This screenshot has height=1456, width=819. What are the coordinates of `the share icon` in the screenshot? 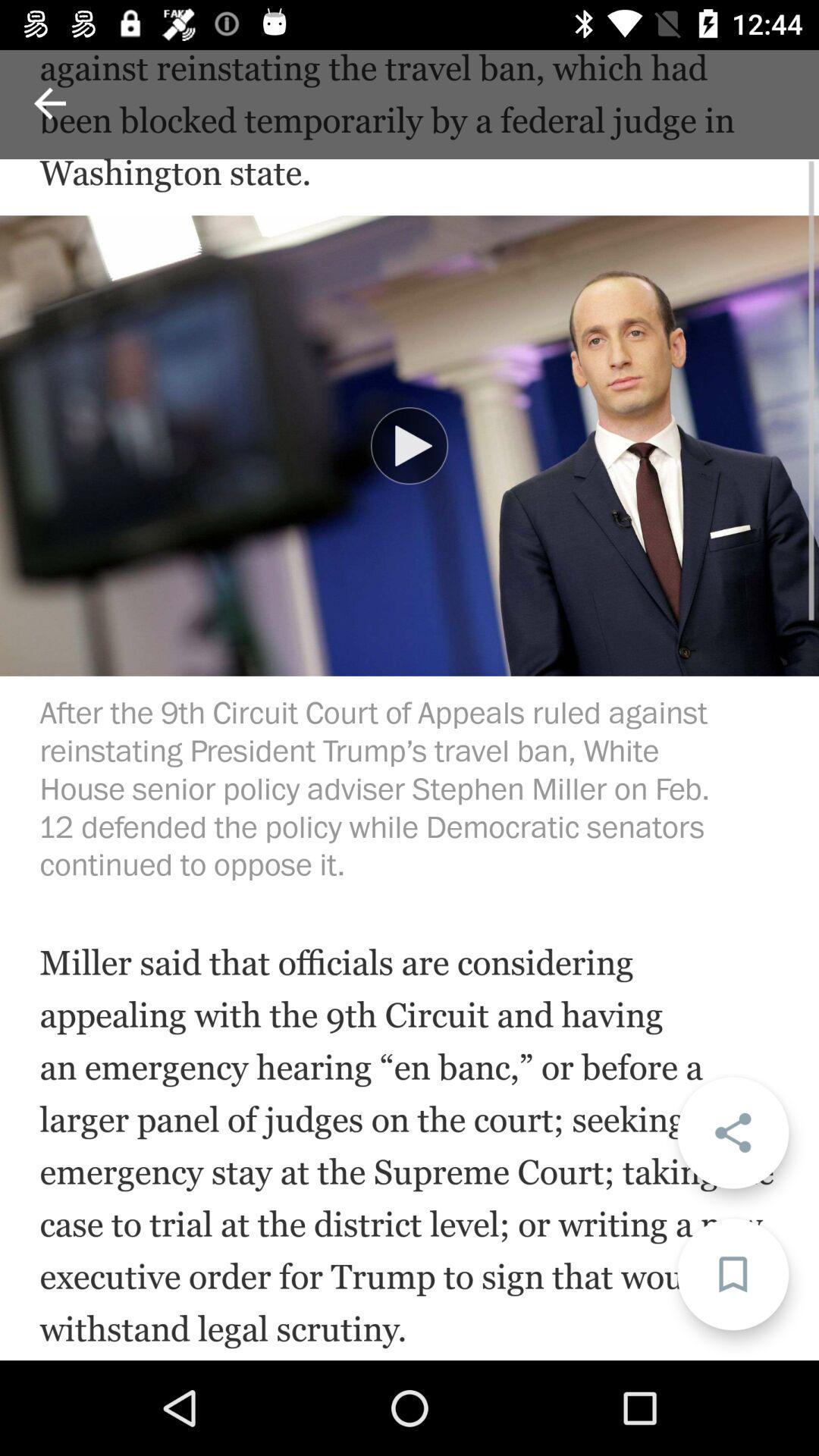 It's located at (732, 1132).